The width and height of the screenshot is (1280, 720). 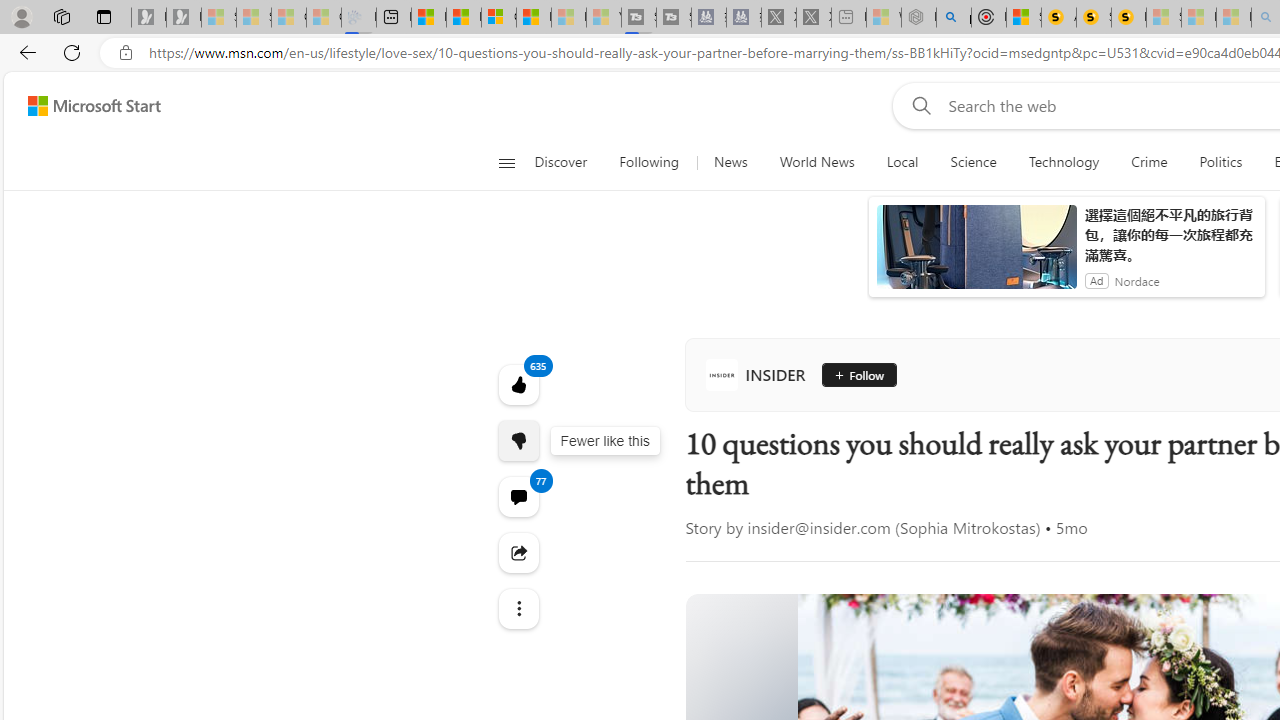 I want to click on 'Back', so click(x=24, y=51).